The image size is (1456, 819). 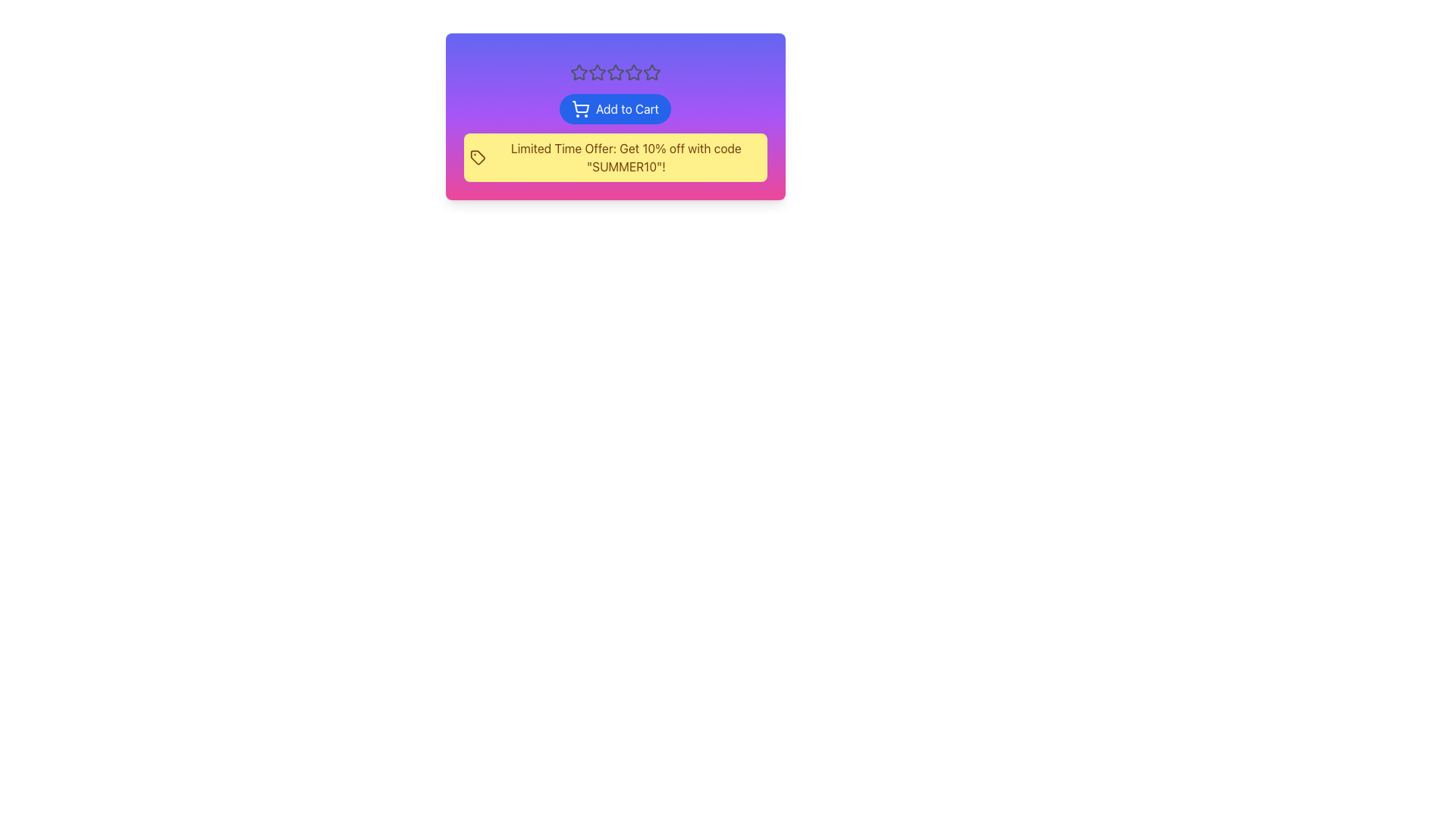 What do you see at coordinates (615, 137) in the screenshot?
I see `message from the informational block located below the blue 'Add to Cart' button, which informs the user about a limited-time discount offer` at bounding box center [615, 137].